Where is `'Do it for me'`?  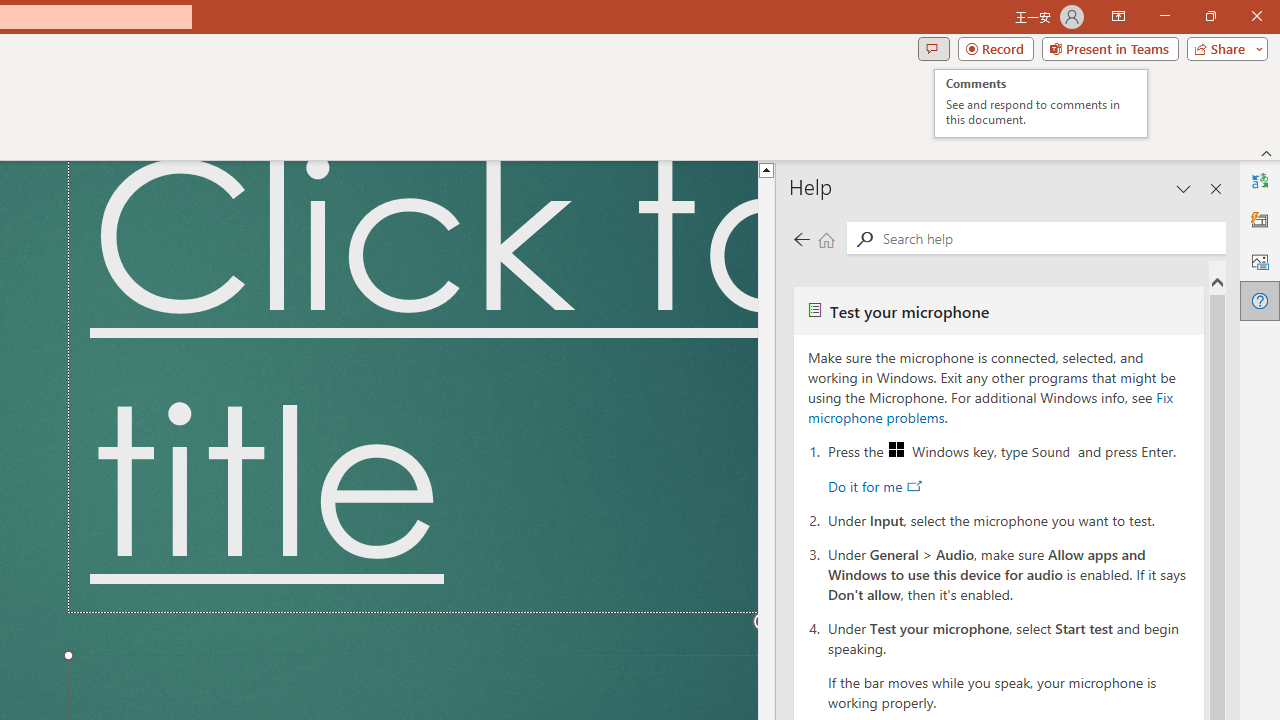 'Do it for me' is located at coordinates (874, 486).